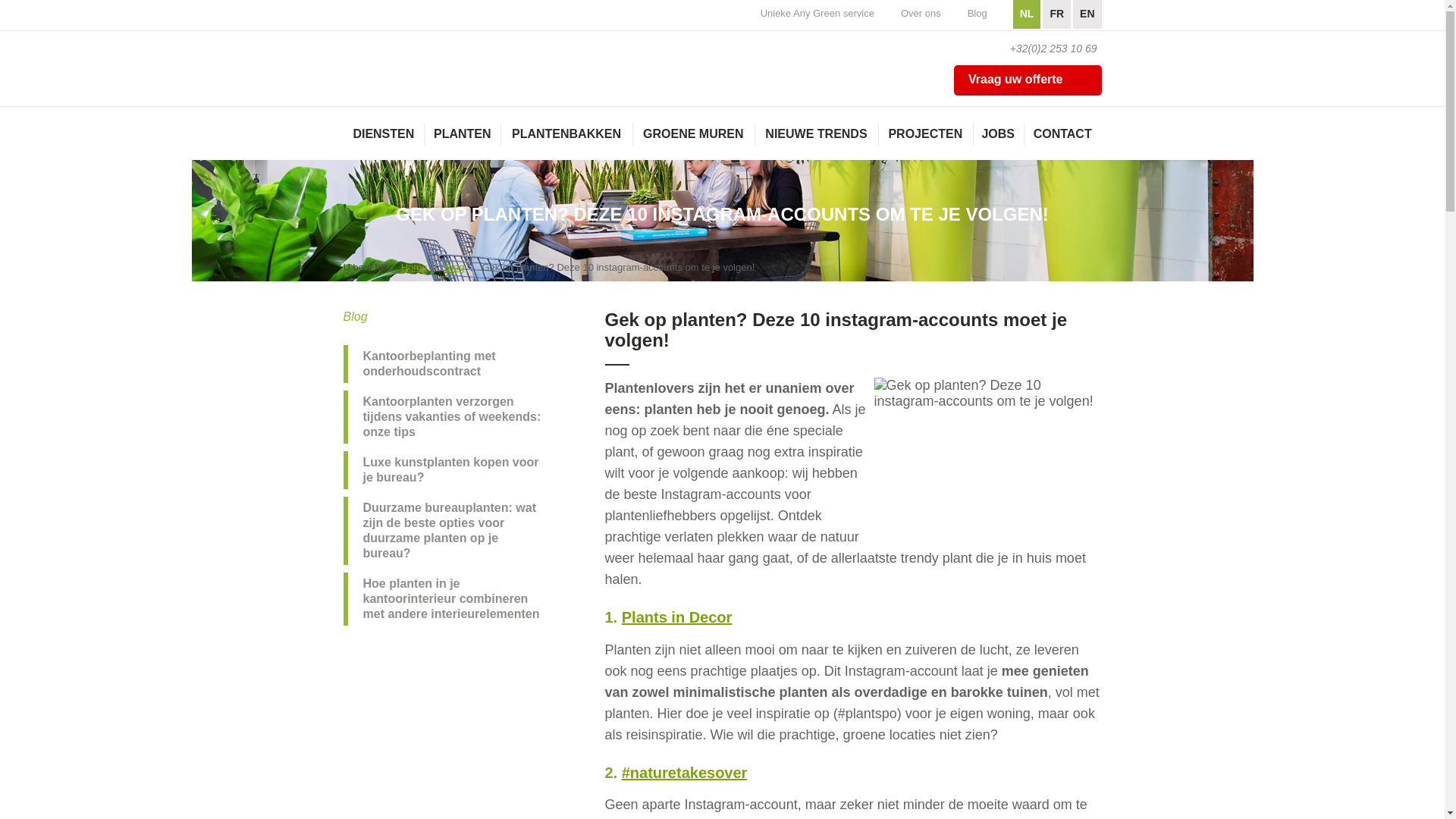 The height and width of the screenshot is (819, 1456). Describe the element at coordinates (341, 141) in the screenshot. I see `'DIENSTEN'` at that location.